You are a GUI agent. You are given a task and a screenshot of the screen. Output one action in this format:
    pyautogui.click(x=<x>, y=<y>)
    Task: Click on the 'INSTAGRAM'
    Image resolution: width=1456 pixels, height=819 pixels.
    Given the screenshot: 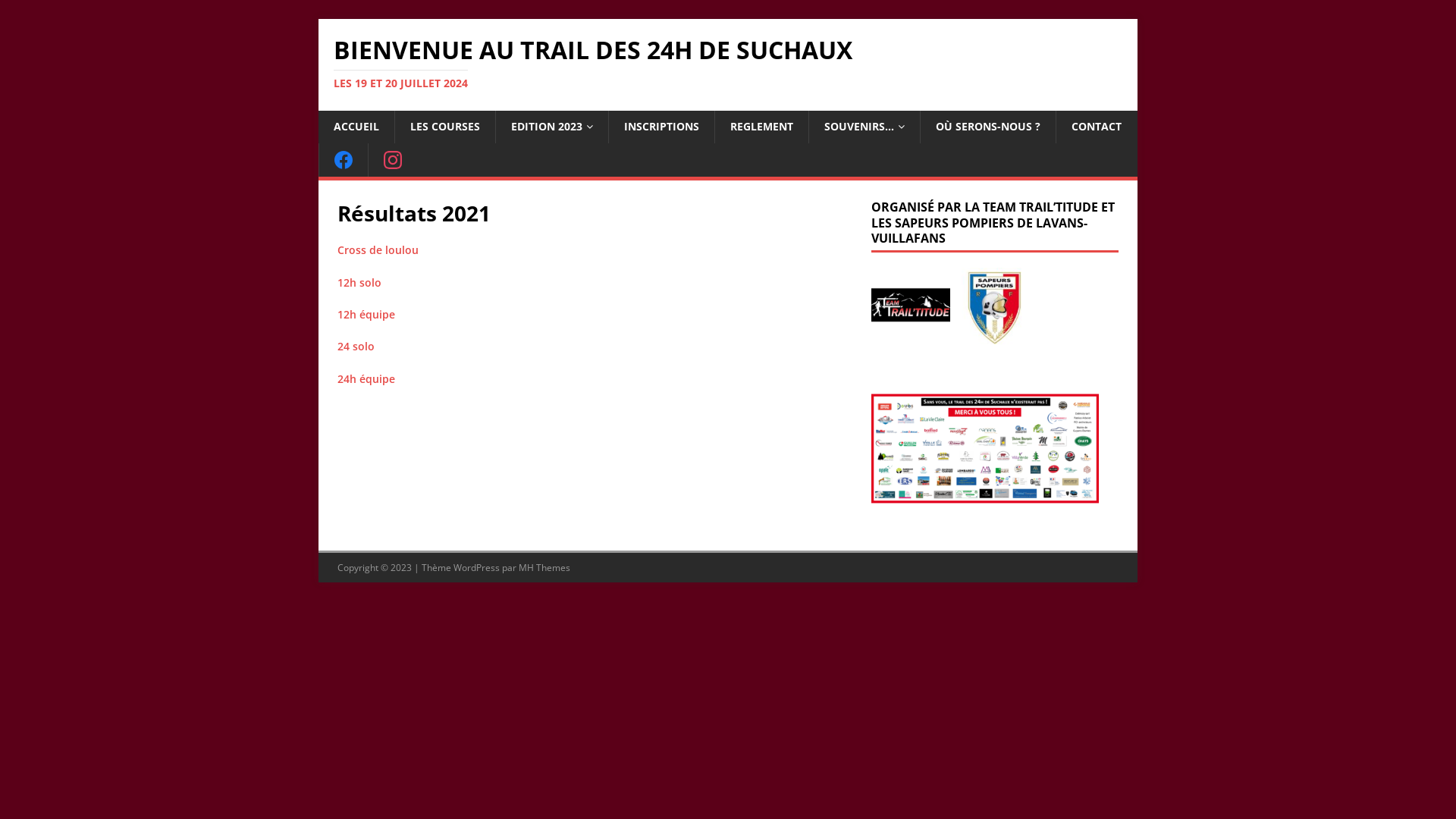 What is the action you would take?
    pyautogui.click(x=392, y=160)
    